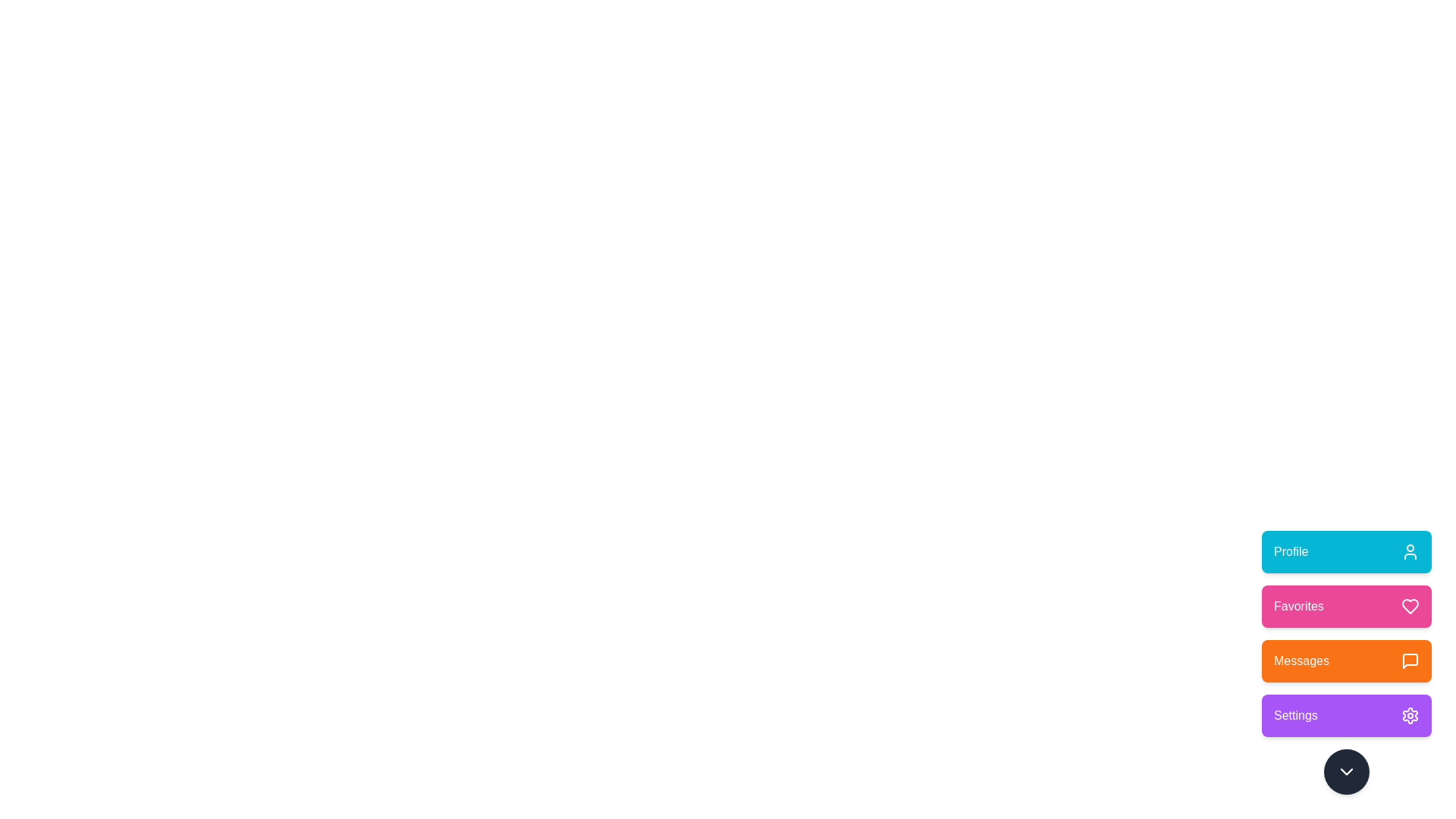 The image size is (1456, 819). What do you see at coordinates (1347, 660) in the screenshot?
I see `the Messages button to observe its hover effect` at bounding box center [1347, 660].